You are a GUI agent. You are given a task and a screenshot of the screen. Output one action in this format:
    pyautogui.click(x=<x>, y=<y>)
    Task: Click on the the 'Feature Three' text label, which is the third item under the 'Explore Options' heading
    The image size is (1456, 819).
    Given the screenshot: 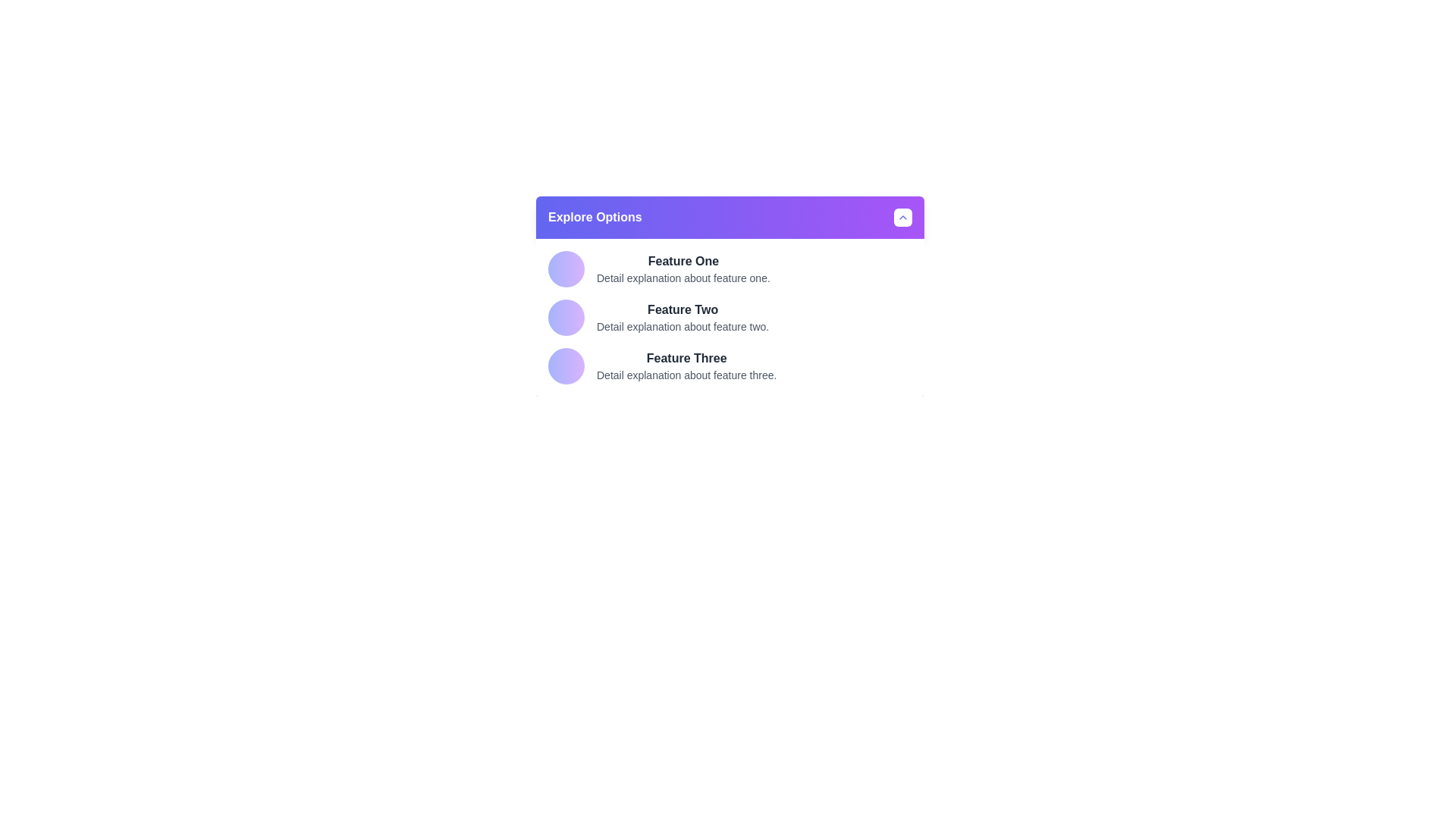 What is the action you would take?
    pyautogui.click(x=686, y=359)
    